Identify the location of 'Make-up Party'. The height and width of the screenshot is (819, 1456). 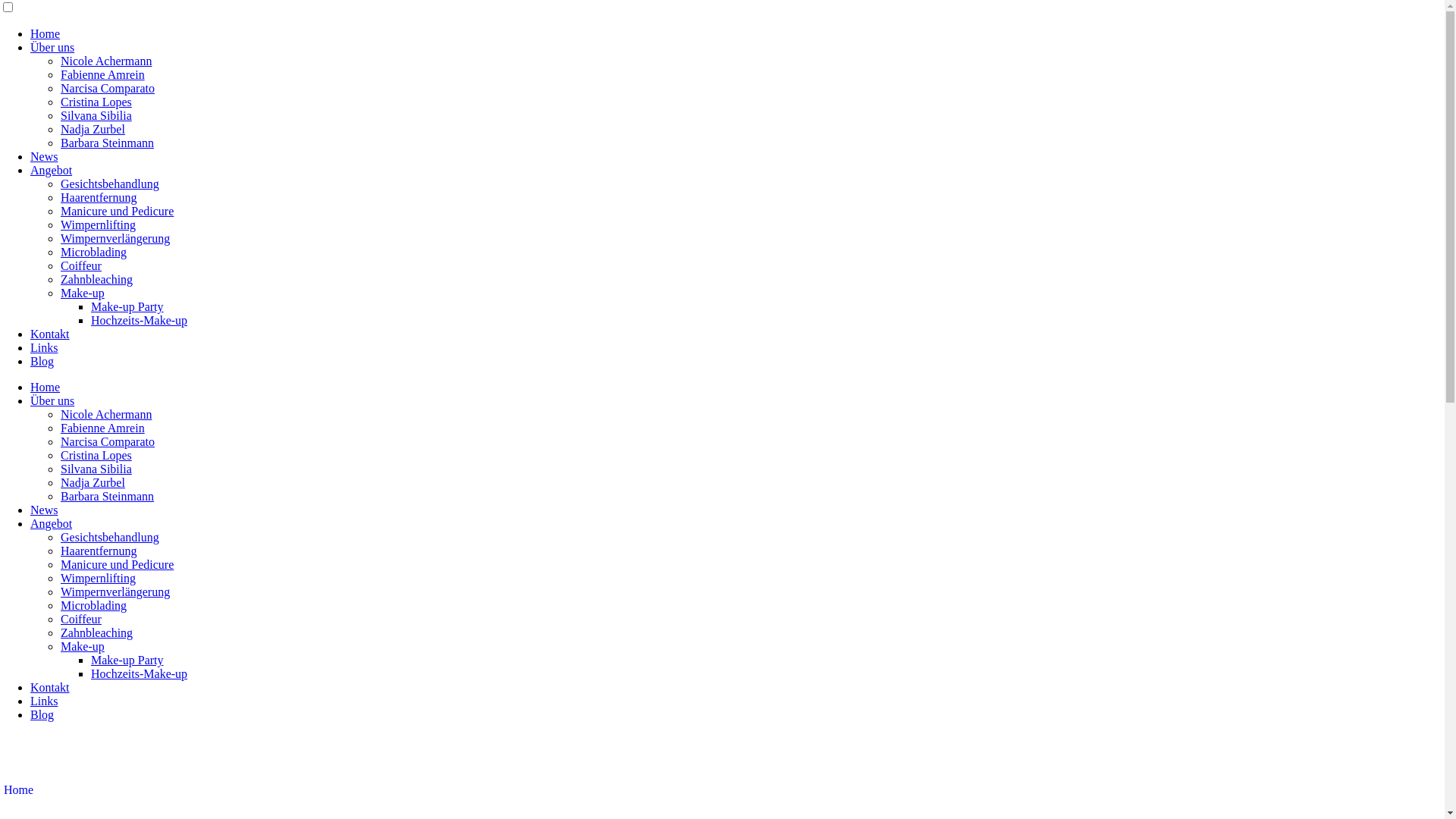
(127, 659).